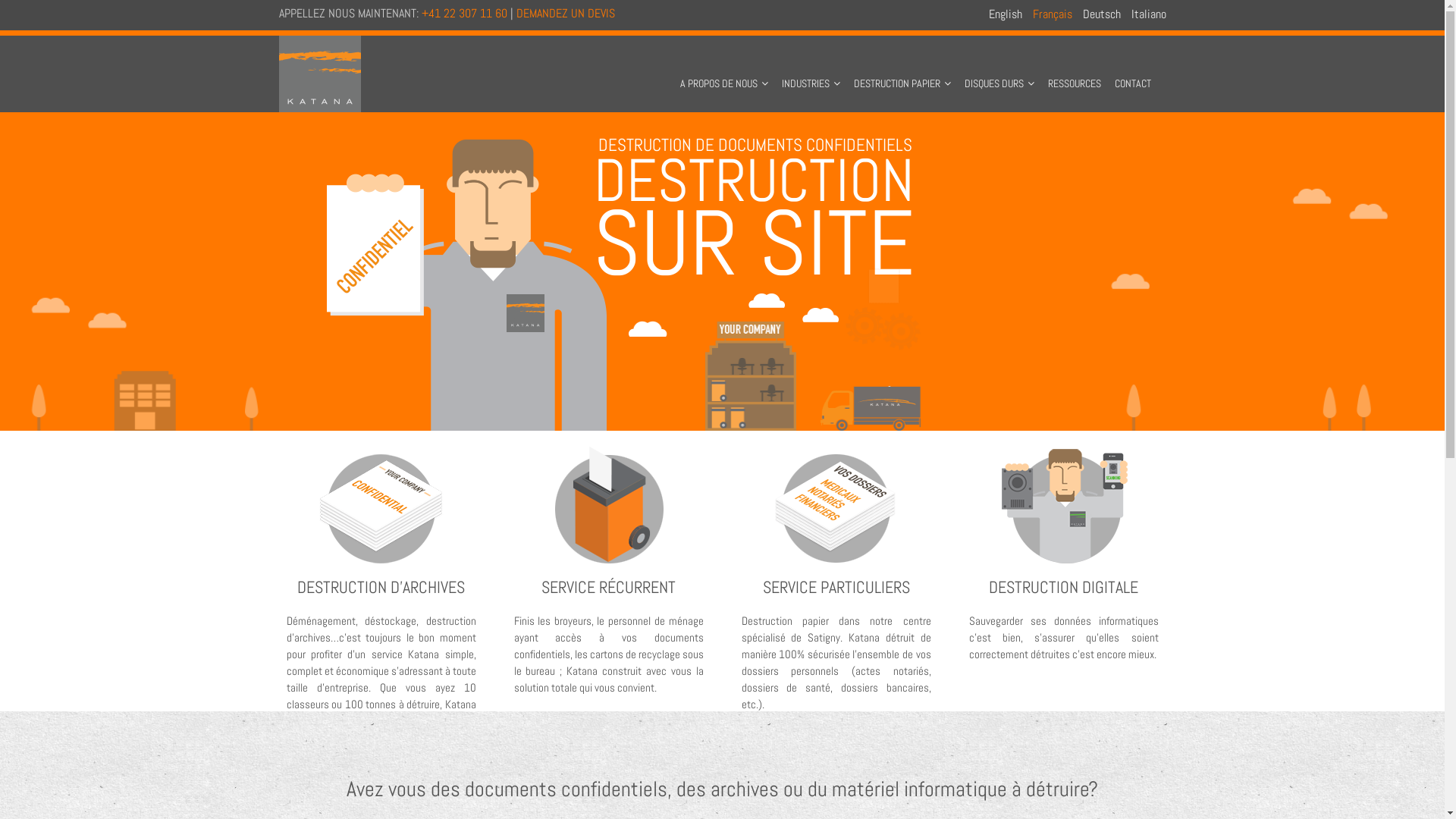 The image size is (1456, 819). What do you see at coordinates (563, 13) in the screenshot?
I see `'DEMANDEZ UN DEVIS'` at bounding box center [563, 13].